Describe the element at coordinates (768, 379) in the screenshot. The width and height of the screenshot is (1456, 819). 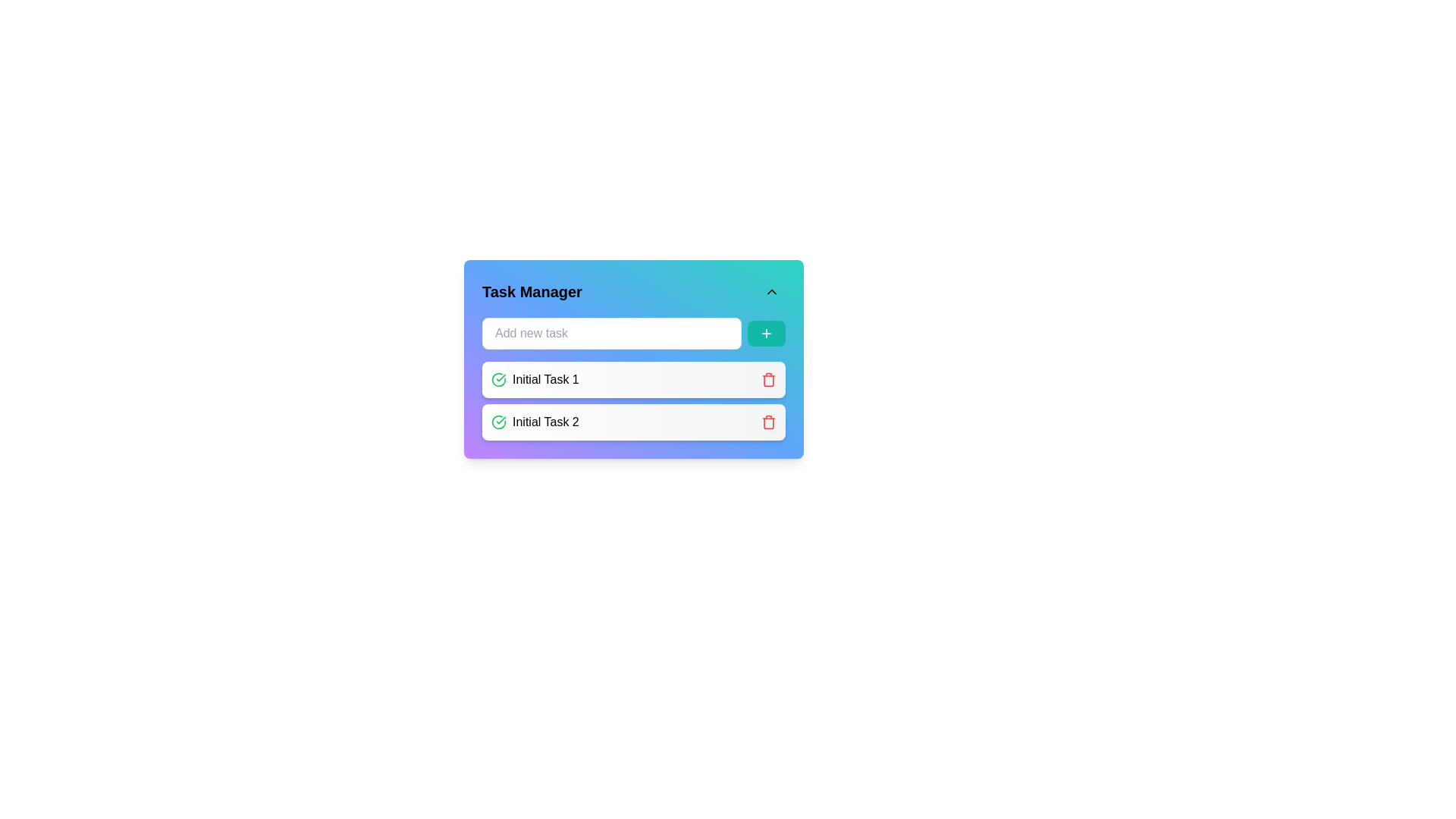
I see `the delete button for the task labeled 'Initial Task 1'` at that location.